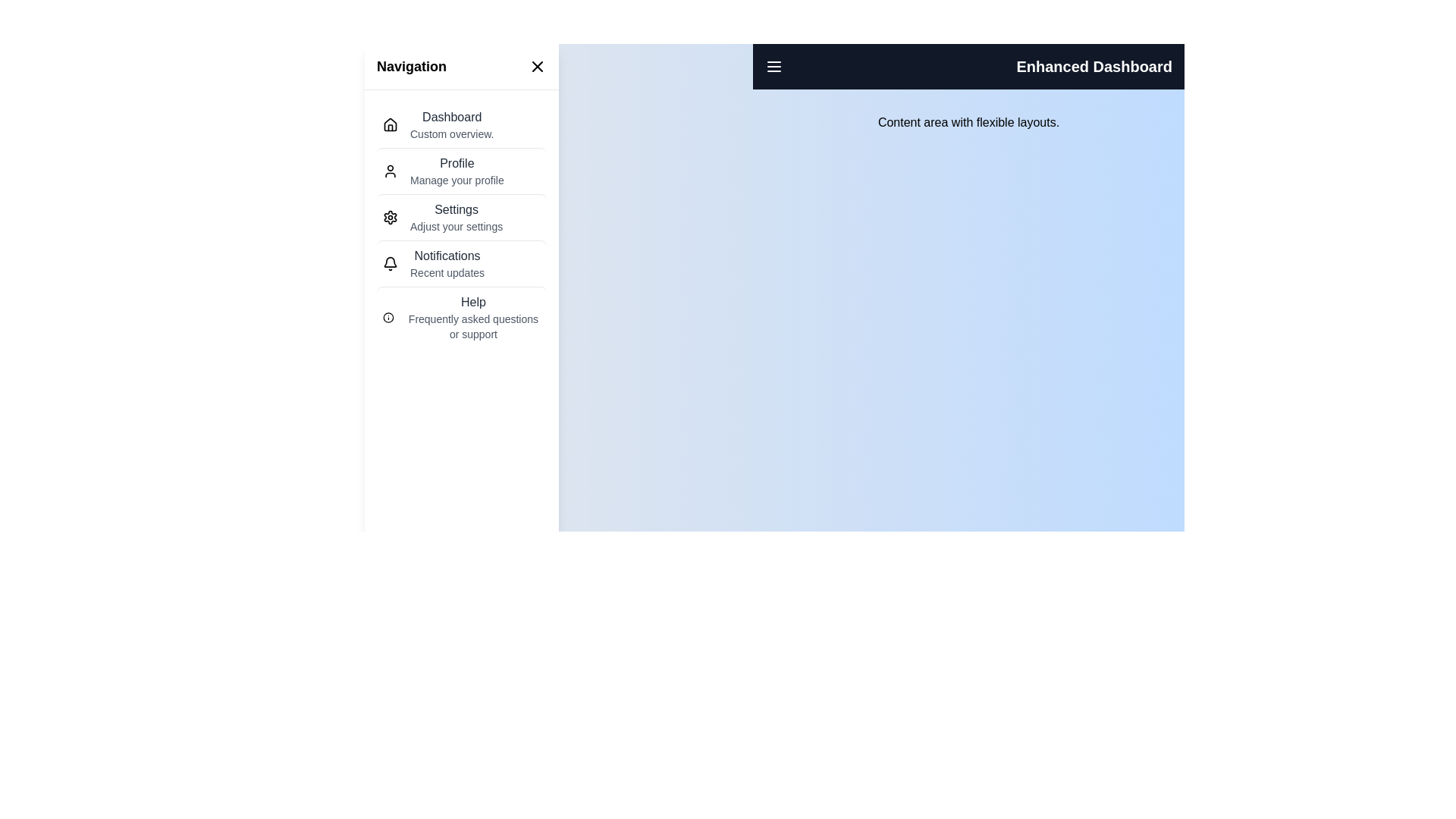 This screenshot has width=1456, height=819. What do you see at coordinates (461, 170) in the screenshot?
I see `the 'Profile' navigation option in the sidebar menu` at bounding box center [461, 170].